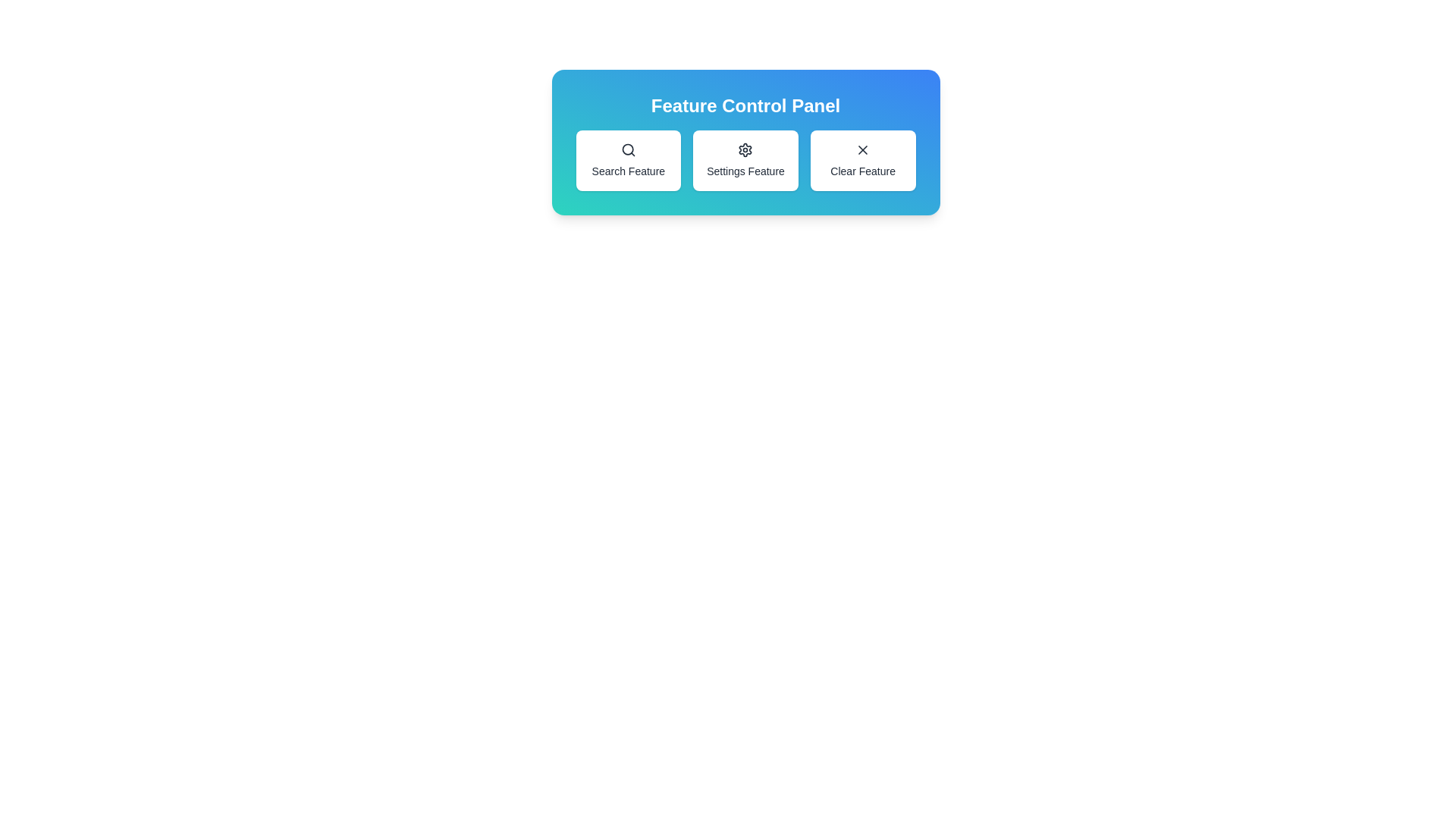 The height and width of the screenshot is (819, 1456). What do you see at coordinates (863, 149) in the screenshot?
I see `the small 'X' icon with a white background and black lines, which is positioned at the center-top of the 'Clear Feature' button` at bounding box center [863, 149].